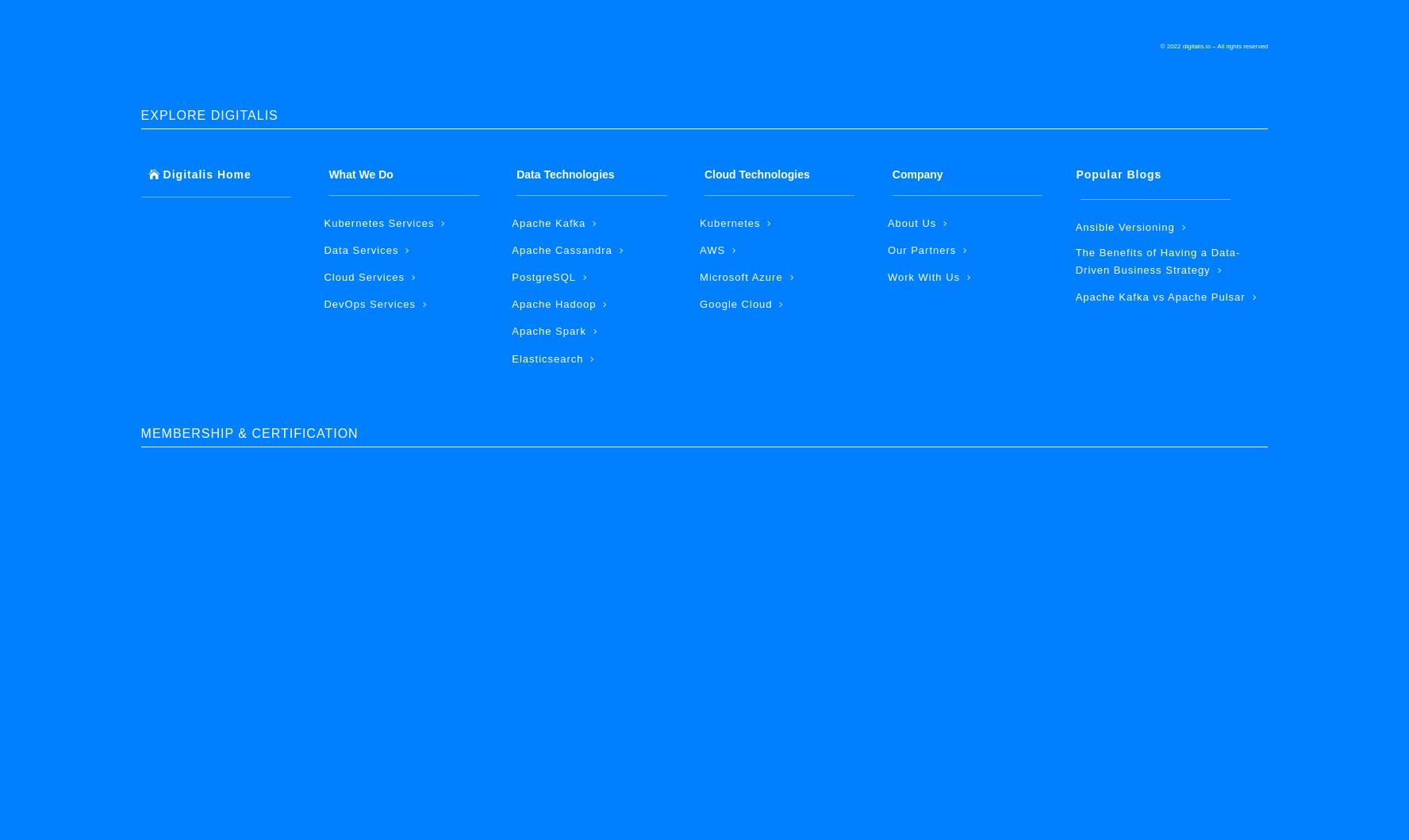 The image size is (1409, 840). What do you see at coordinates (206, 174) in the screenshot?
I see `'Digitalis Home'` at bounding box center [206, 174].